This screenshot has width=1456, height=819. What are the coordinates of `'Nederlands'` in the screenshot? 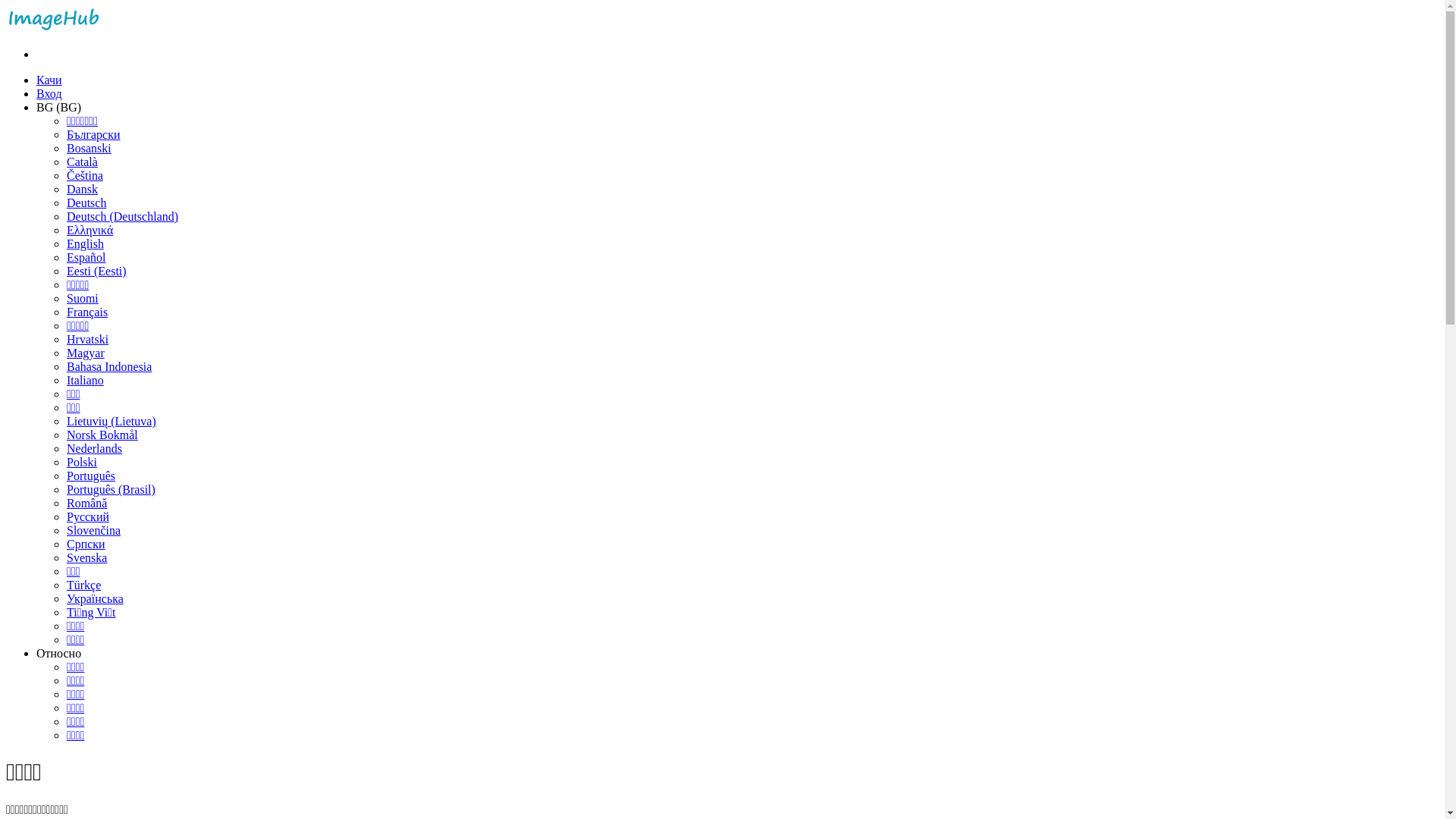 It's located at (93, 447).